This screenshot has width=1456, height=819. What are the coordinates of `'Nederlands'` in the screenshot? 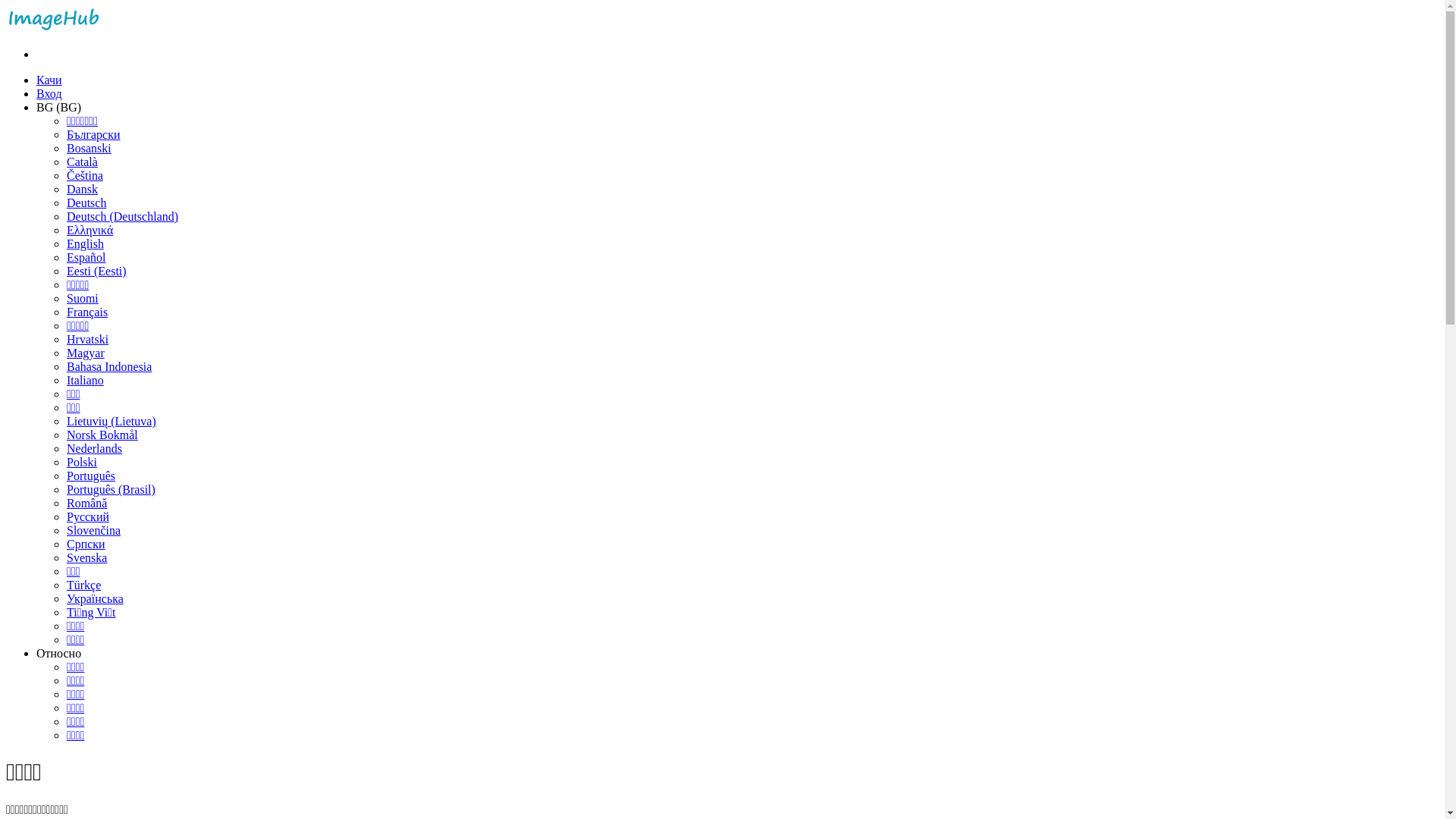 It's located at (93, 447).